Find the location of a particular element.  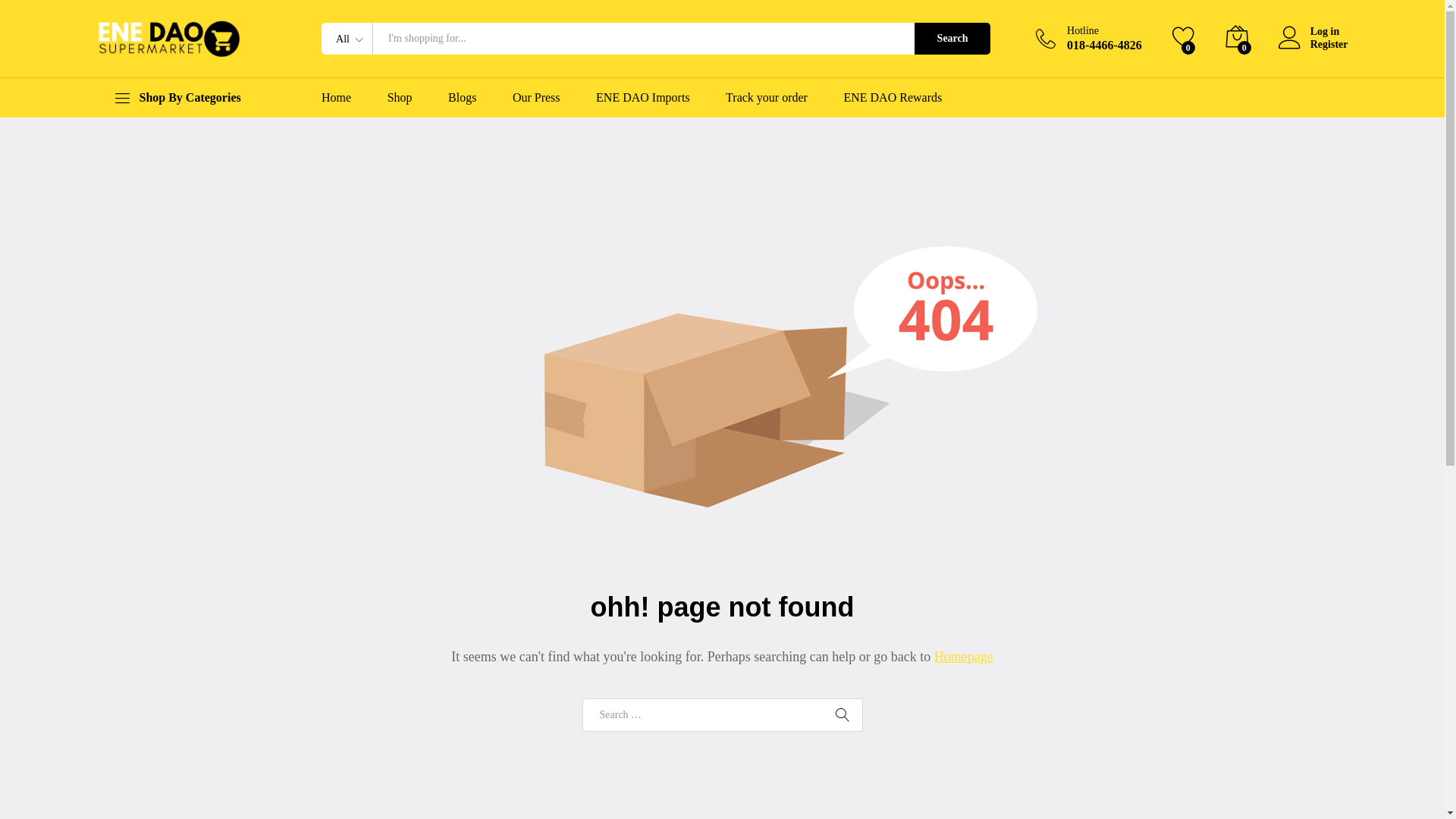

'Search' is located at coordinates (952, 37).